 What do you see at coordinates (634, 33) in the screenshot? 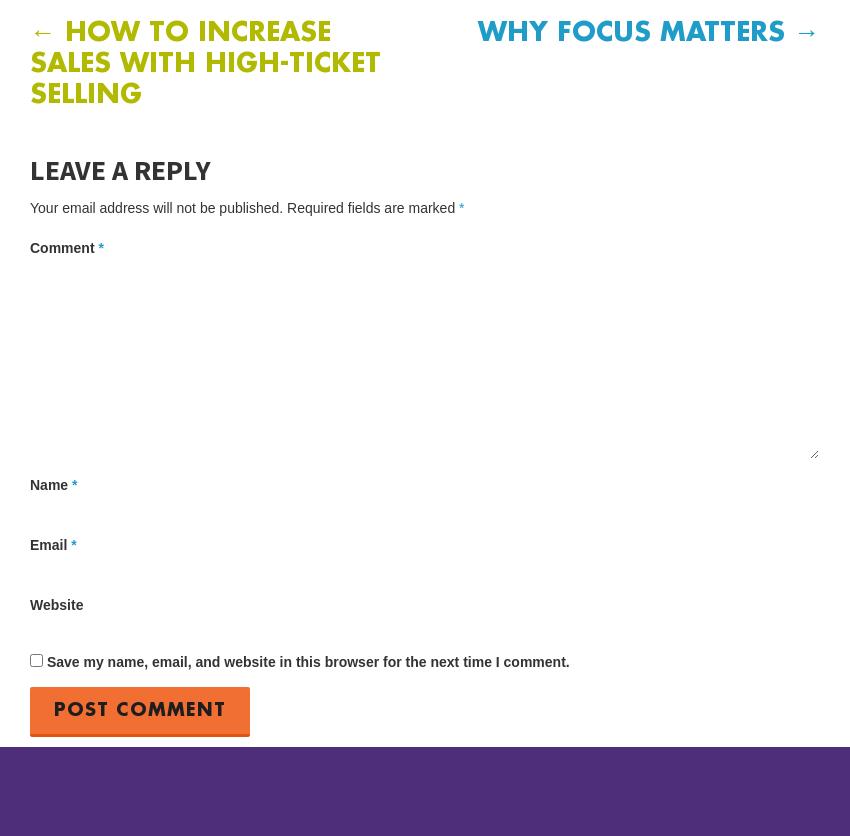
I see `'Why Focus Matters'` at bounding box center [634, 33].